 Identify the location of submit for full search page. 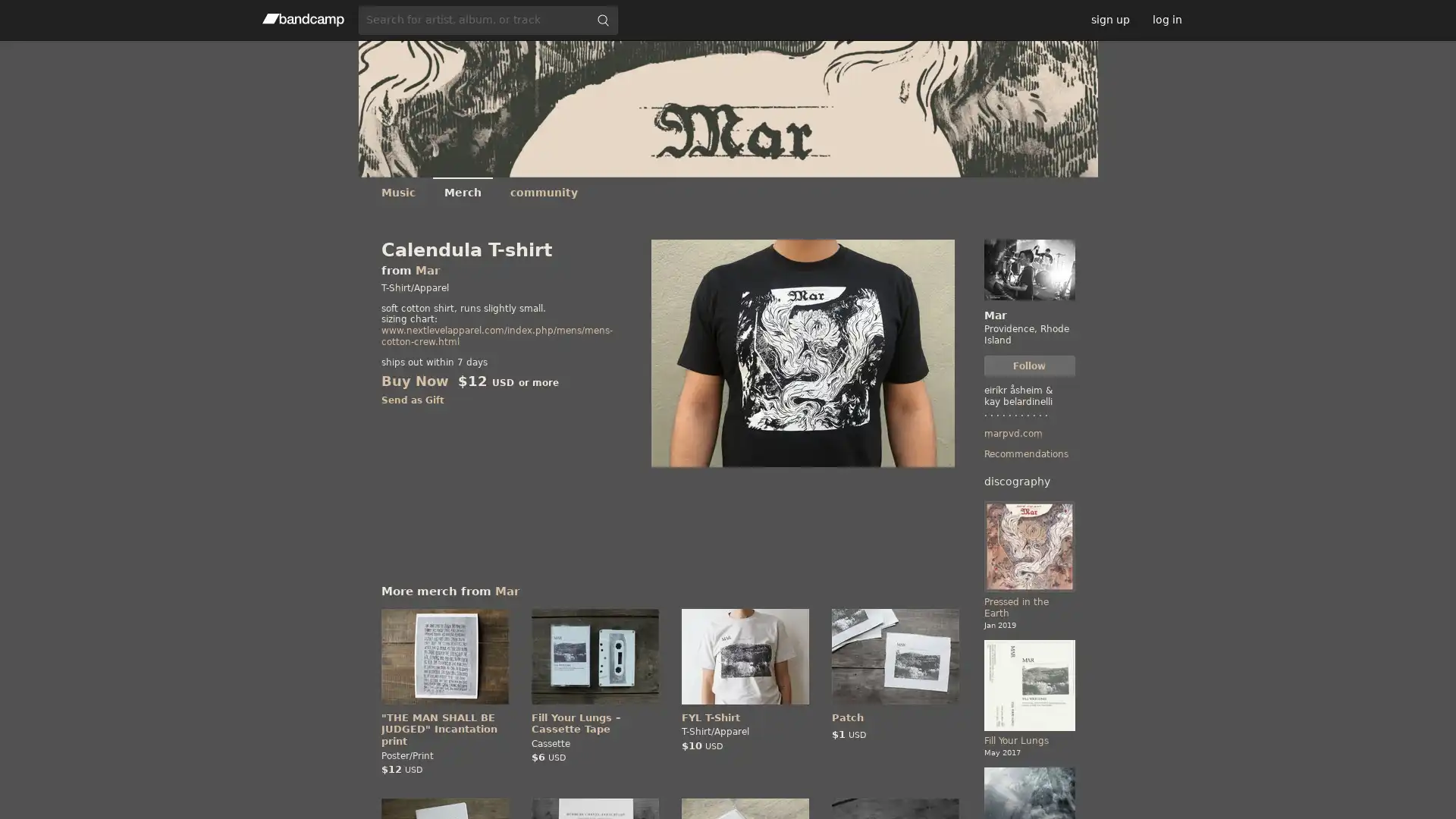
(602, 20).